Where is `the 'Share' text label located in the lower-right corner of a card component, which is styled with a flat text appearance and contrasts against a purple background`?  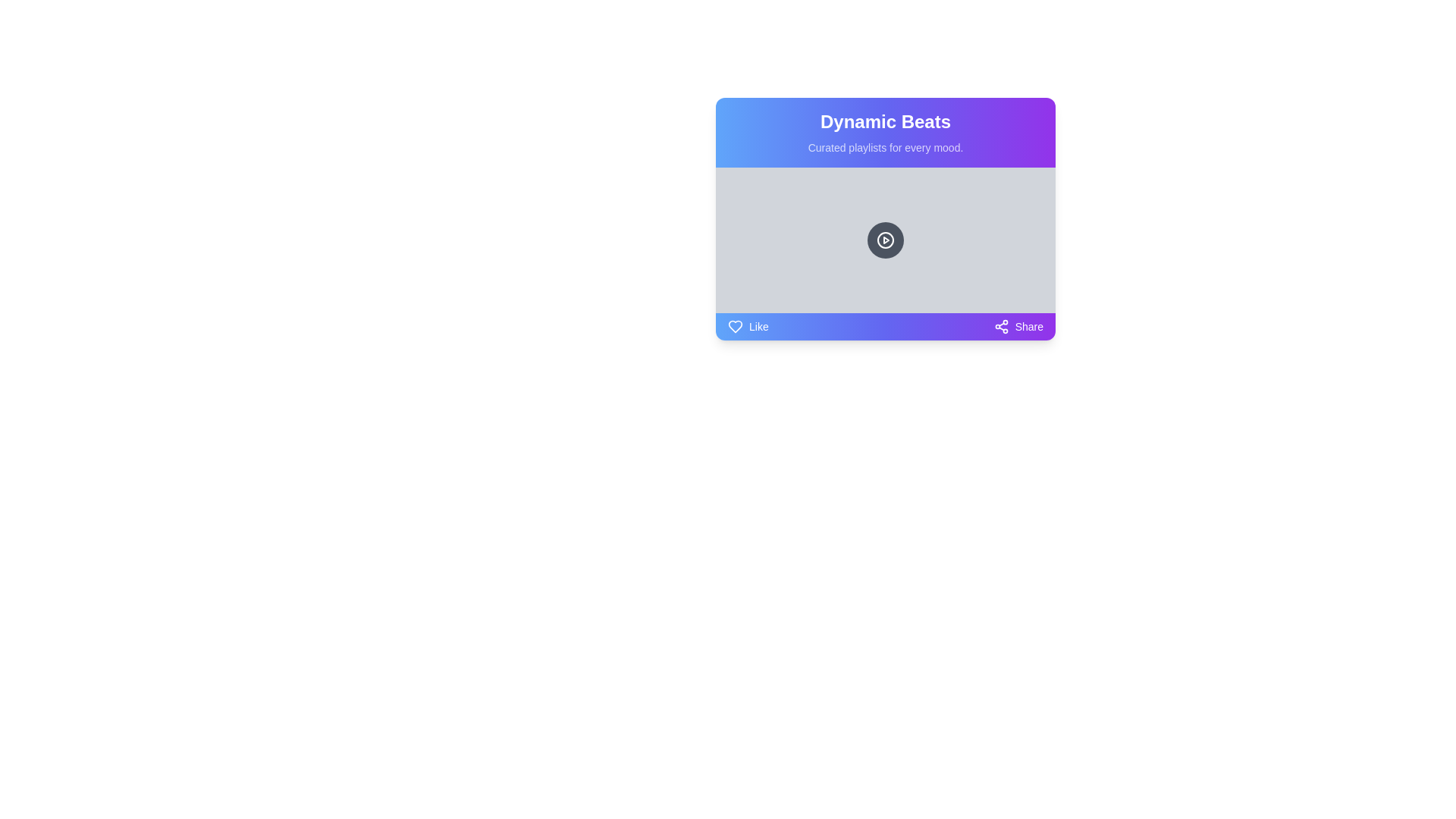
the 'Share' text label located in the lower-right corner of a card component, which is styled with a flat text appearance and contrasts against a purple background is located at coordinates (1029, 326).